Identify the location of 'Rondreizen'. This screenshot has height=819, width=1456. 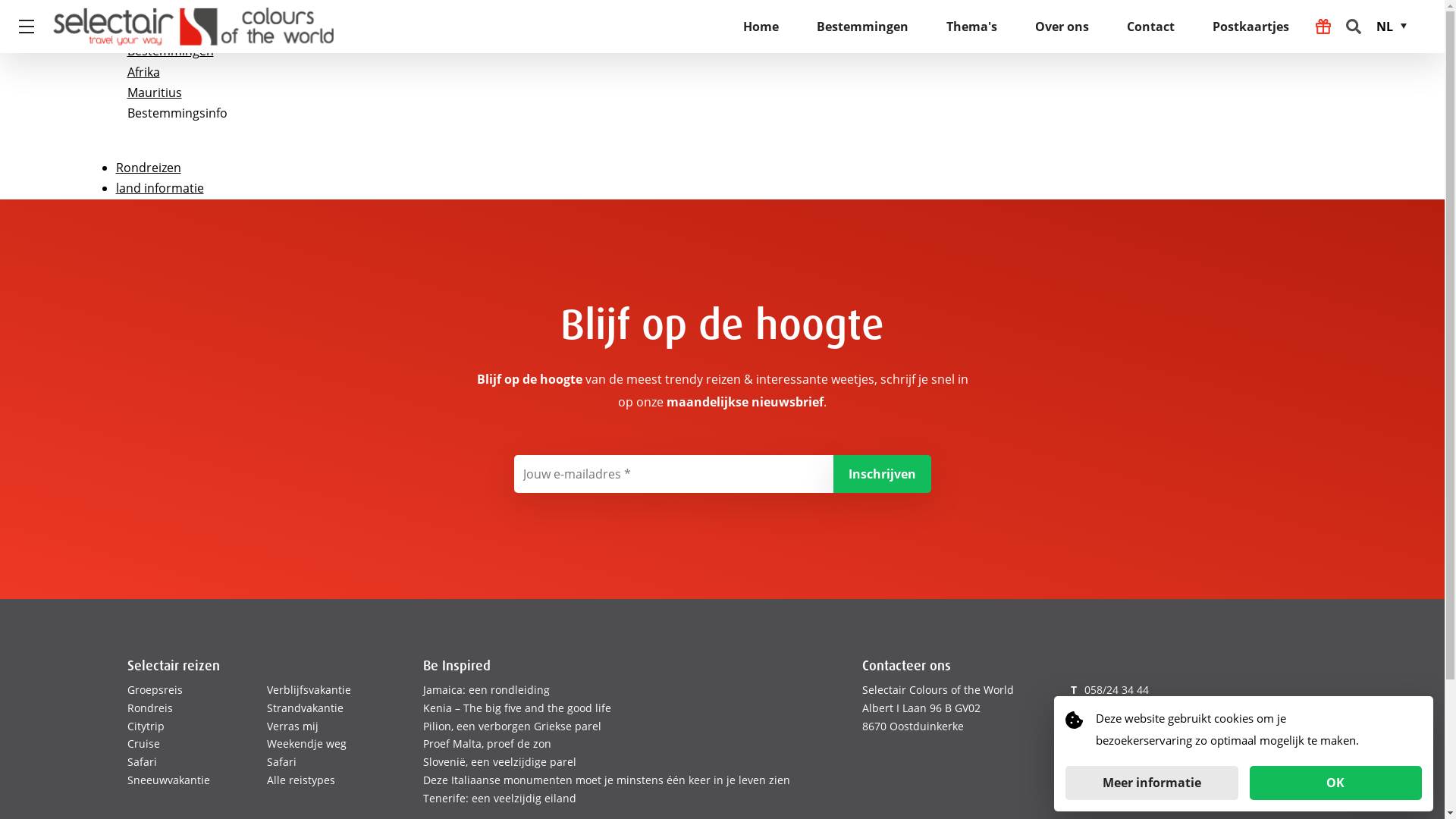
(115, 167).